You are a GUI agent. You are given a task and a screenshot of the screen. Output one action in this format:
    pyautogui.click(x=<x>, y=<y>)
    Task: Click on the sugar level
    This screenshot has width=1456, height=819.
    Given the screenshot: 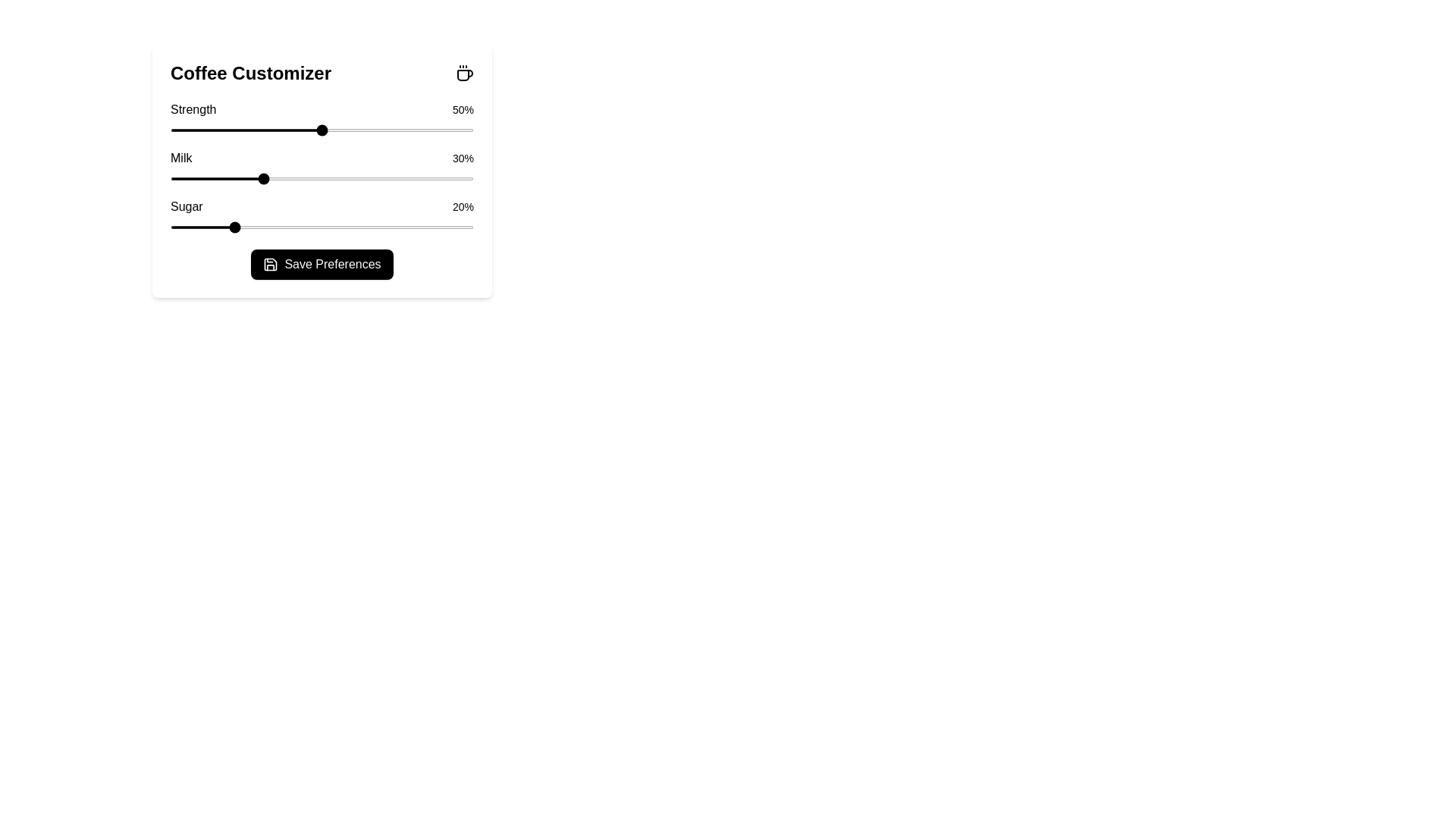 What is the action you would take?
    pyautogui.click(x=413, y=227)
    